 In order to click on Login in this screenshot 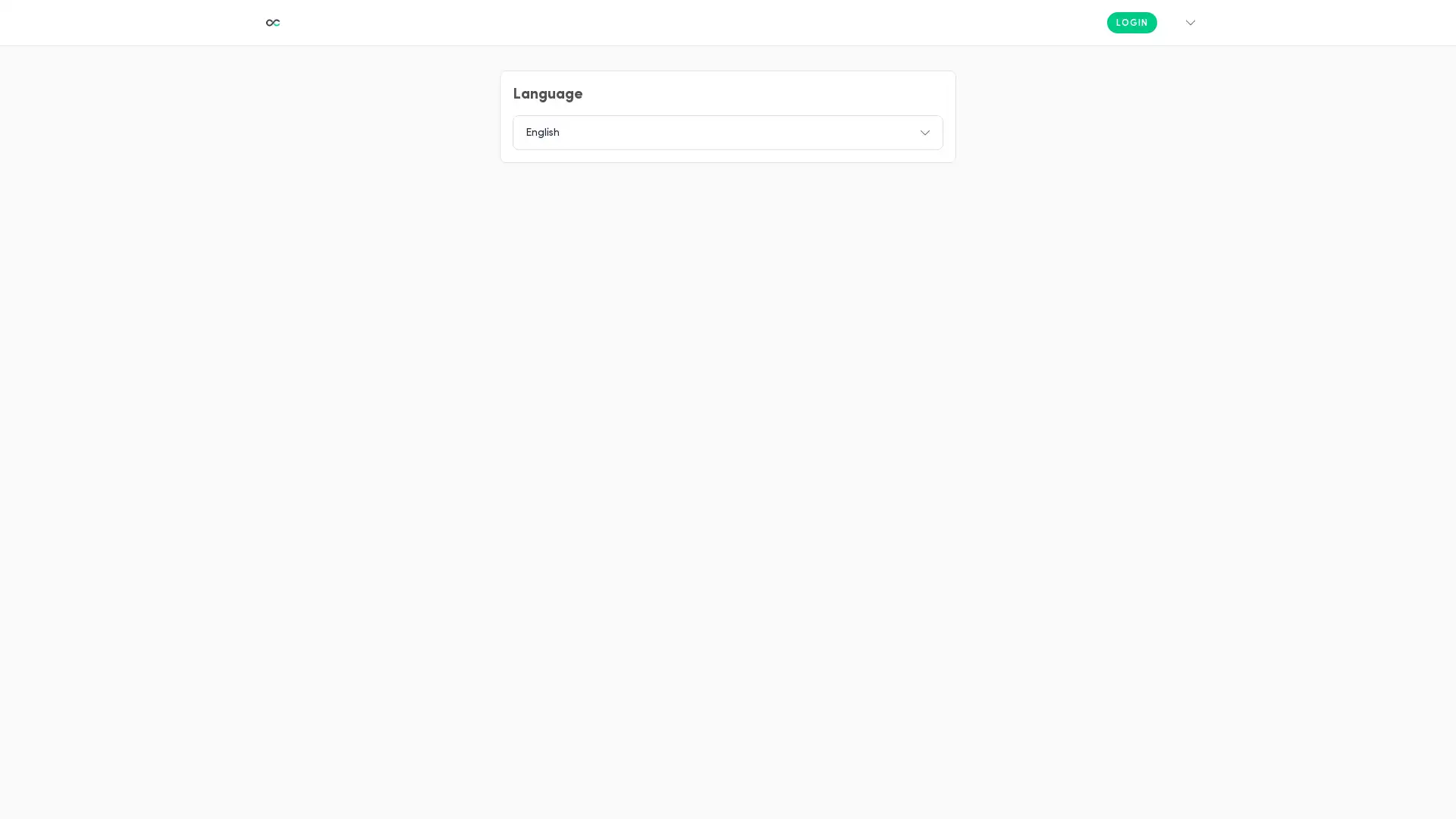, I will do `click(1131, 23)`.